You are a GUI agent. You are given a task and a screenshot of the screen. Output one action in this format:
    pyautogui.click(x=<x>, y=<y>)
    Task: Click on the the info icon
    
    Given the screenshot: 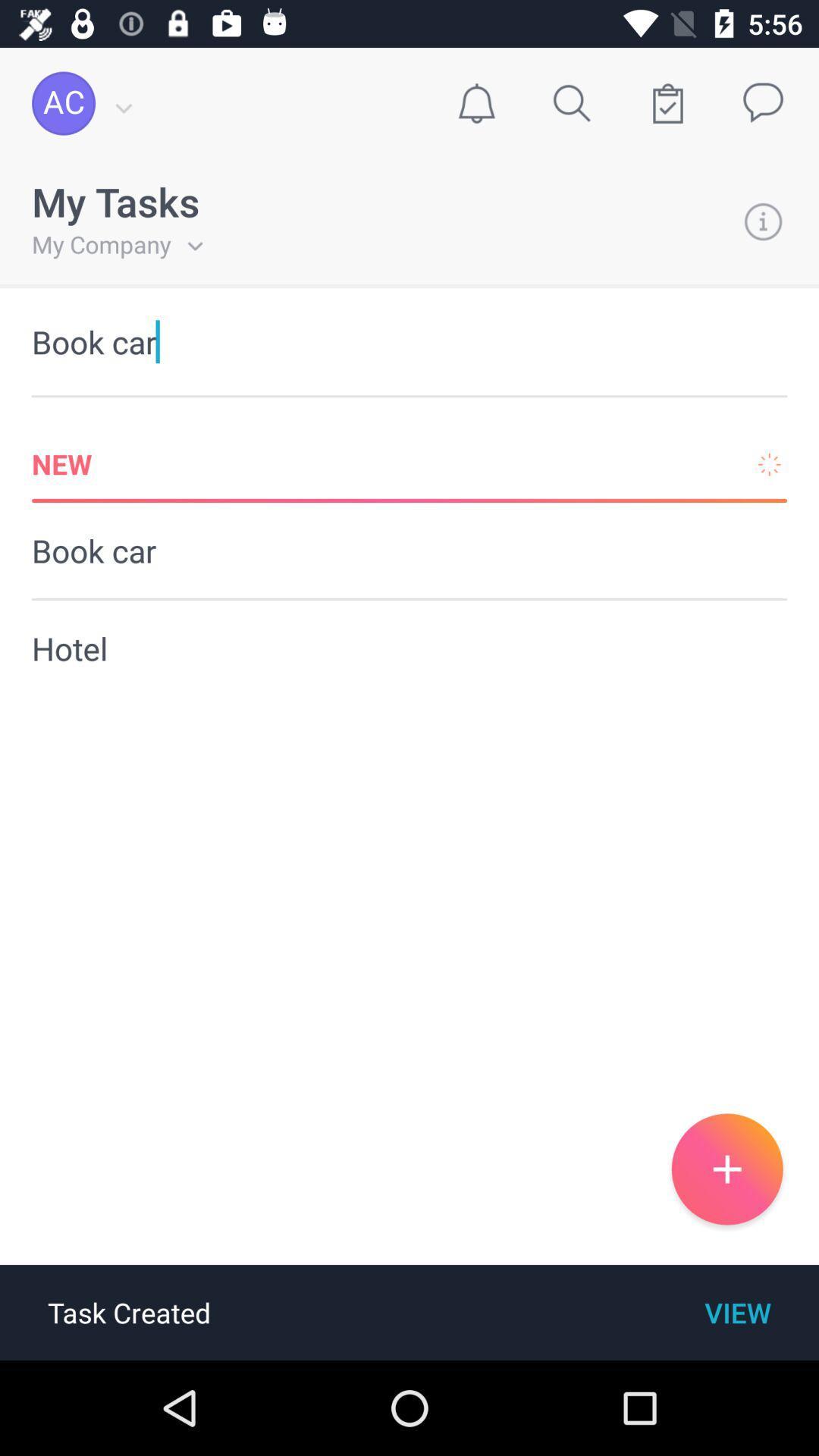 What is the action you would take?
    pyautogui.click(x=763, y=221)
    